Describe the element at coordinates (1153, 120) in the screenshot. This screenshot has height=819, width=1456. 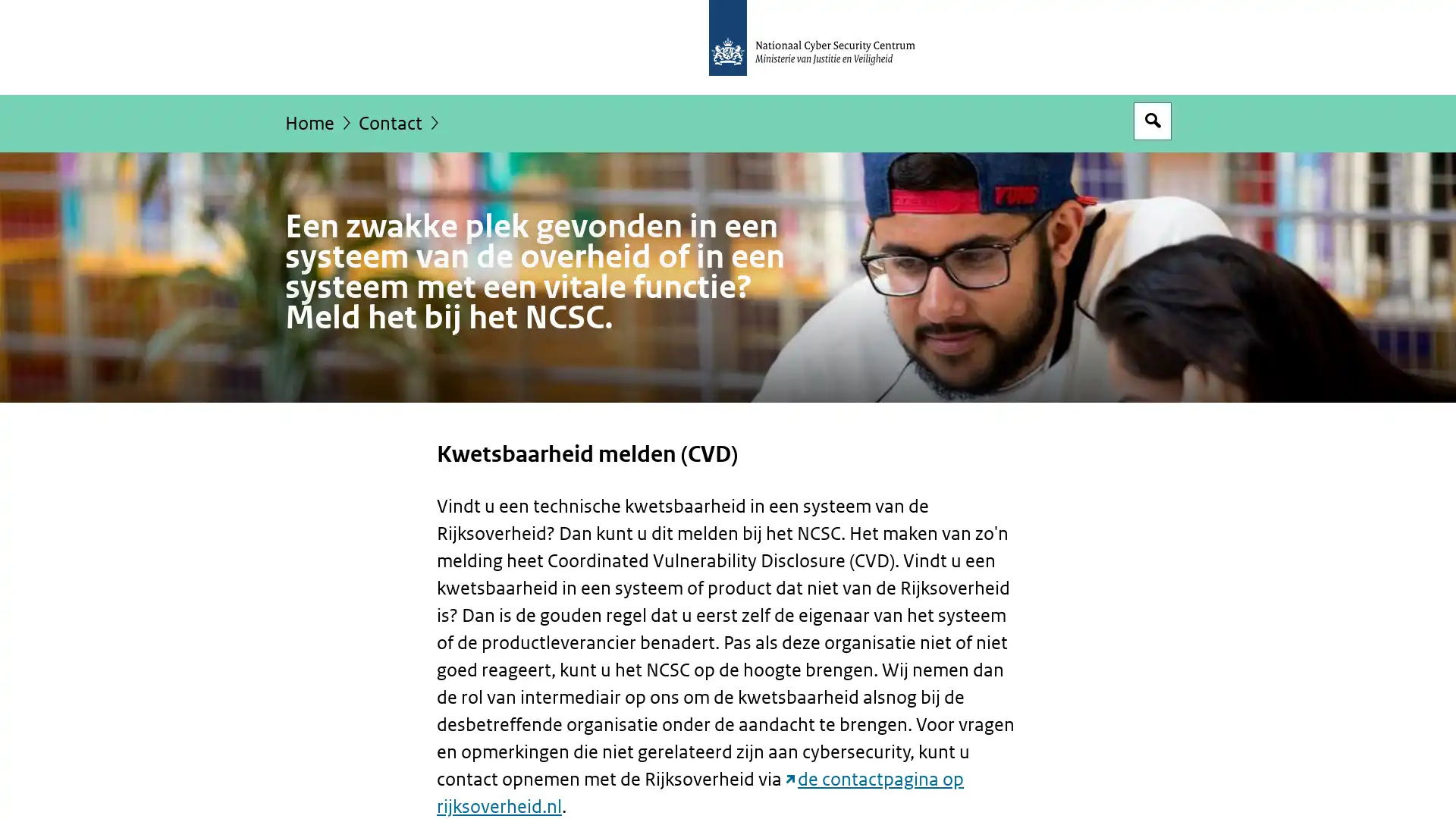
I see `Open zoekveld` at that location.